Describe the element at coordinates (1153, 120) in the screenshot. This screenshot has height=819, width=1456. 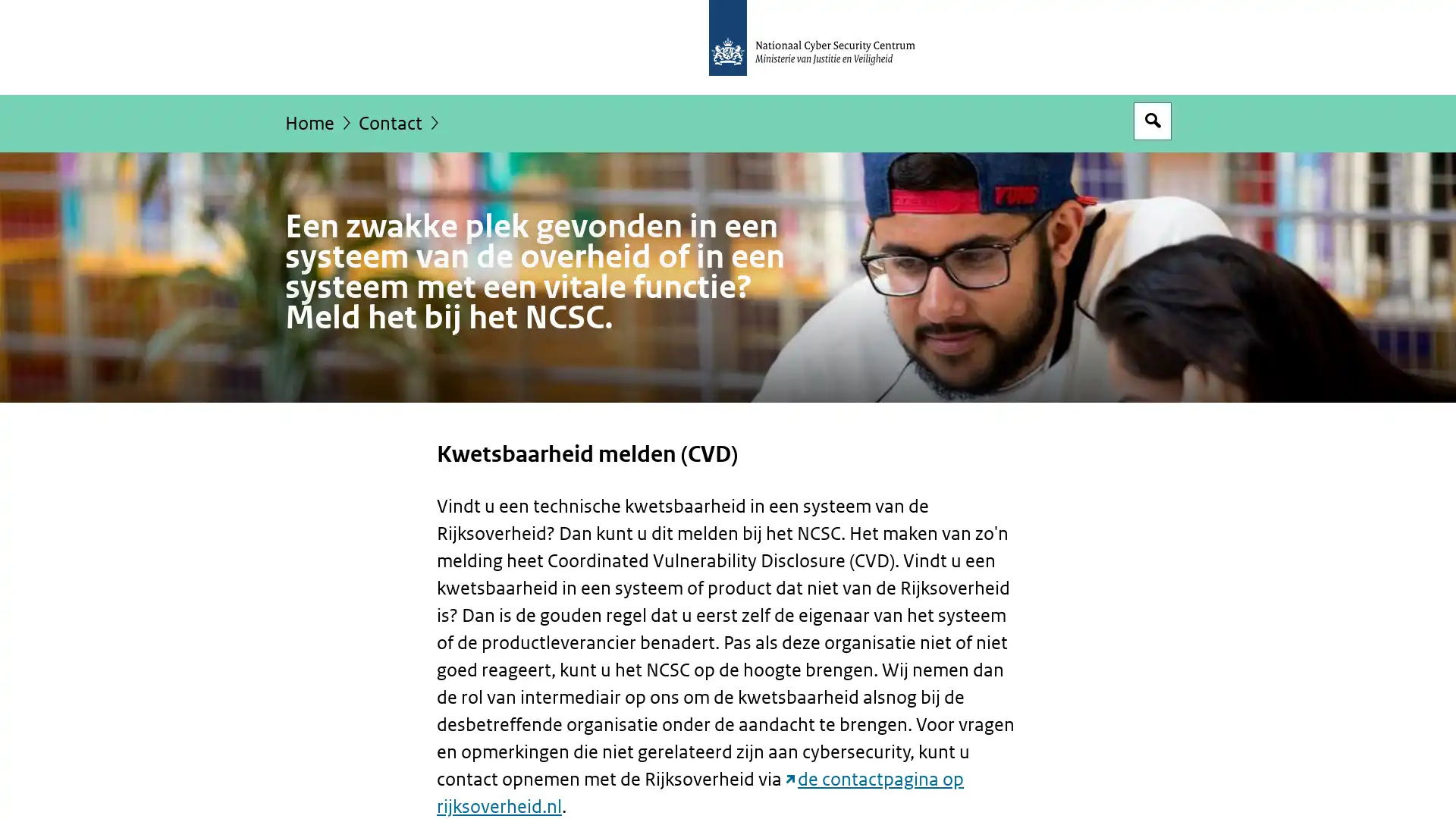
I see `Open zoekveld` at that location.